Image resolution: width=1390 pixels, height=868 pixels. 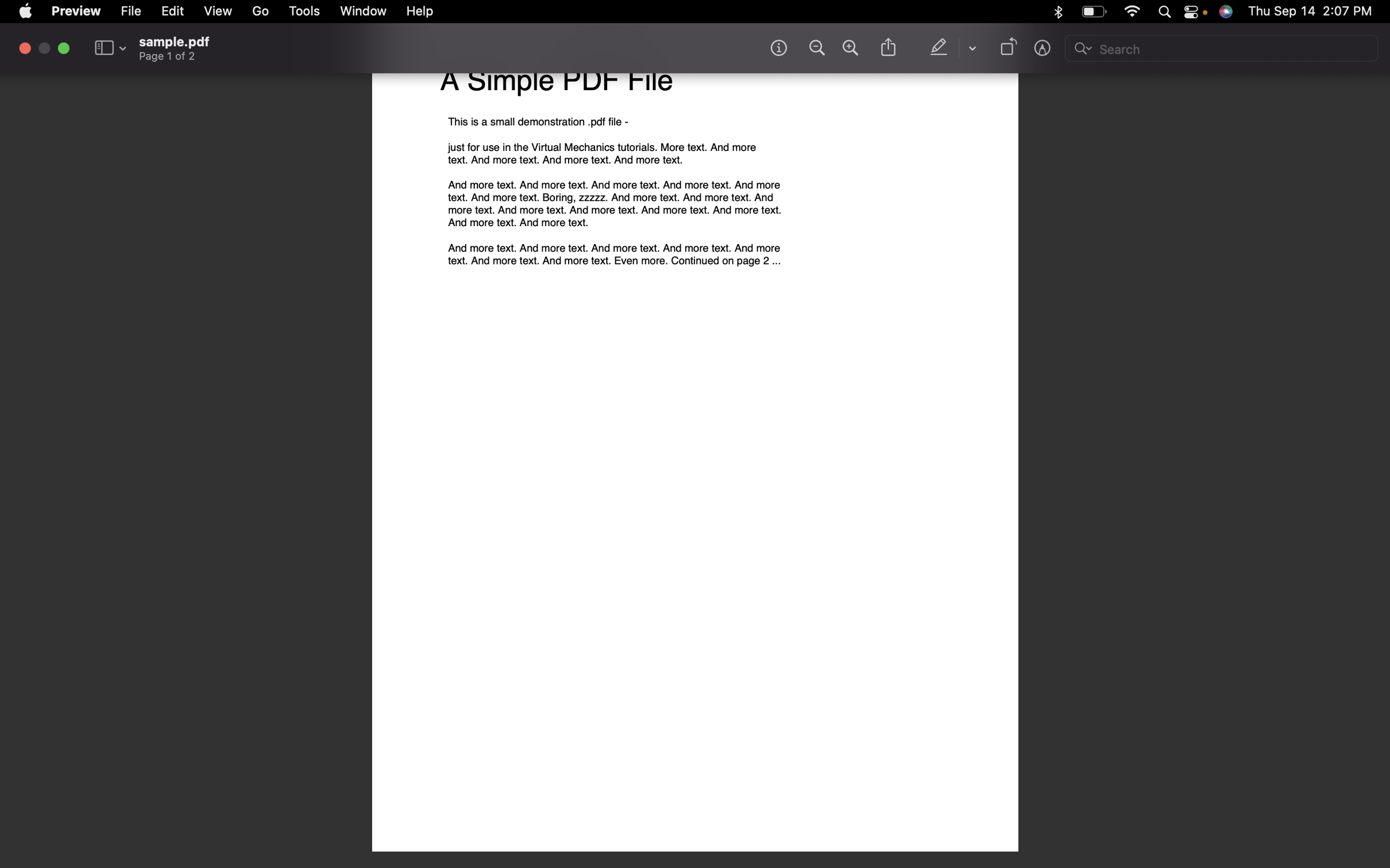 I want to click on Retrieve details about the document, so click(x=778, y=46).